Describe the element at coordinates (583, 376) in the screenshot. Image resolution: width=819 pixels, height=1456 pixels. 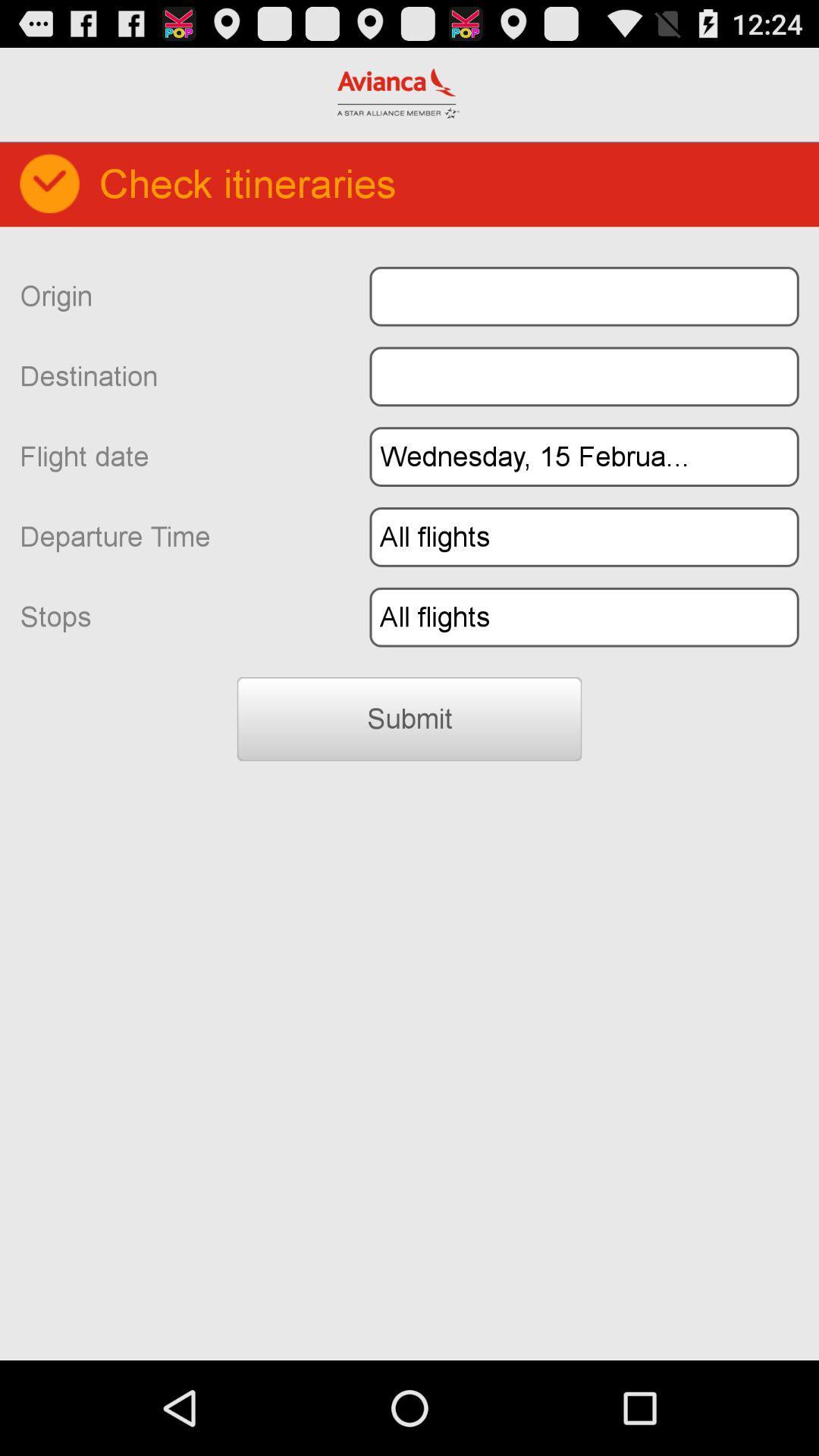
I see `the item next to the destination icon` at that location.